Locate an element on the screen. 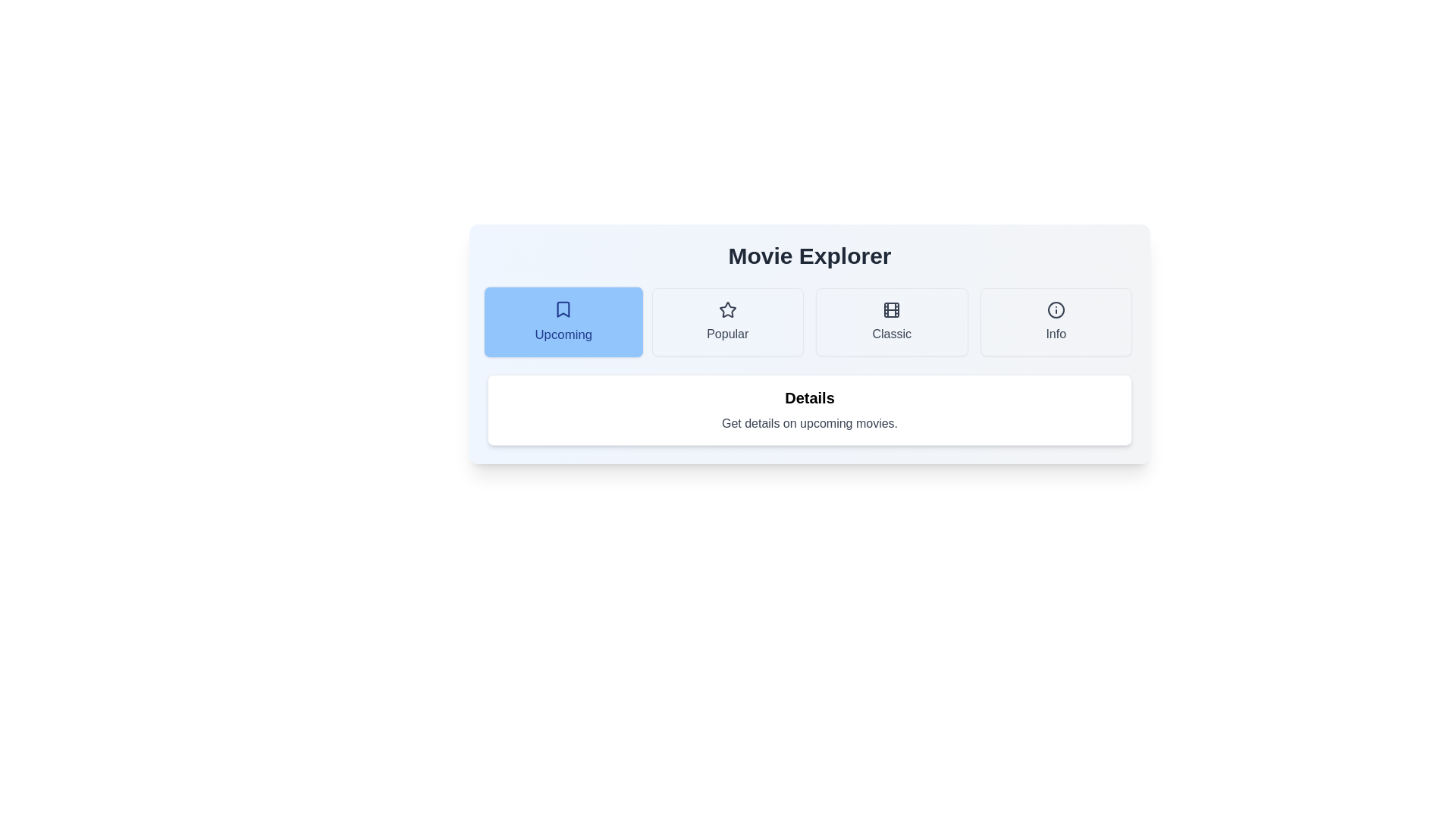 The width and height of the screenshot is (1456, 819). the 'Popular' button with a star icon in the grid layout beneath the title 'Movie Explorer' is located at coordinates (726, 321).